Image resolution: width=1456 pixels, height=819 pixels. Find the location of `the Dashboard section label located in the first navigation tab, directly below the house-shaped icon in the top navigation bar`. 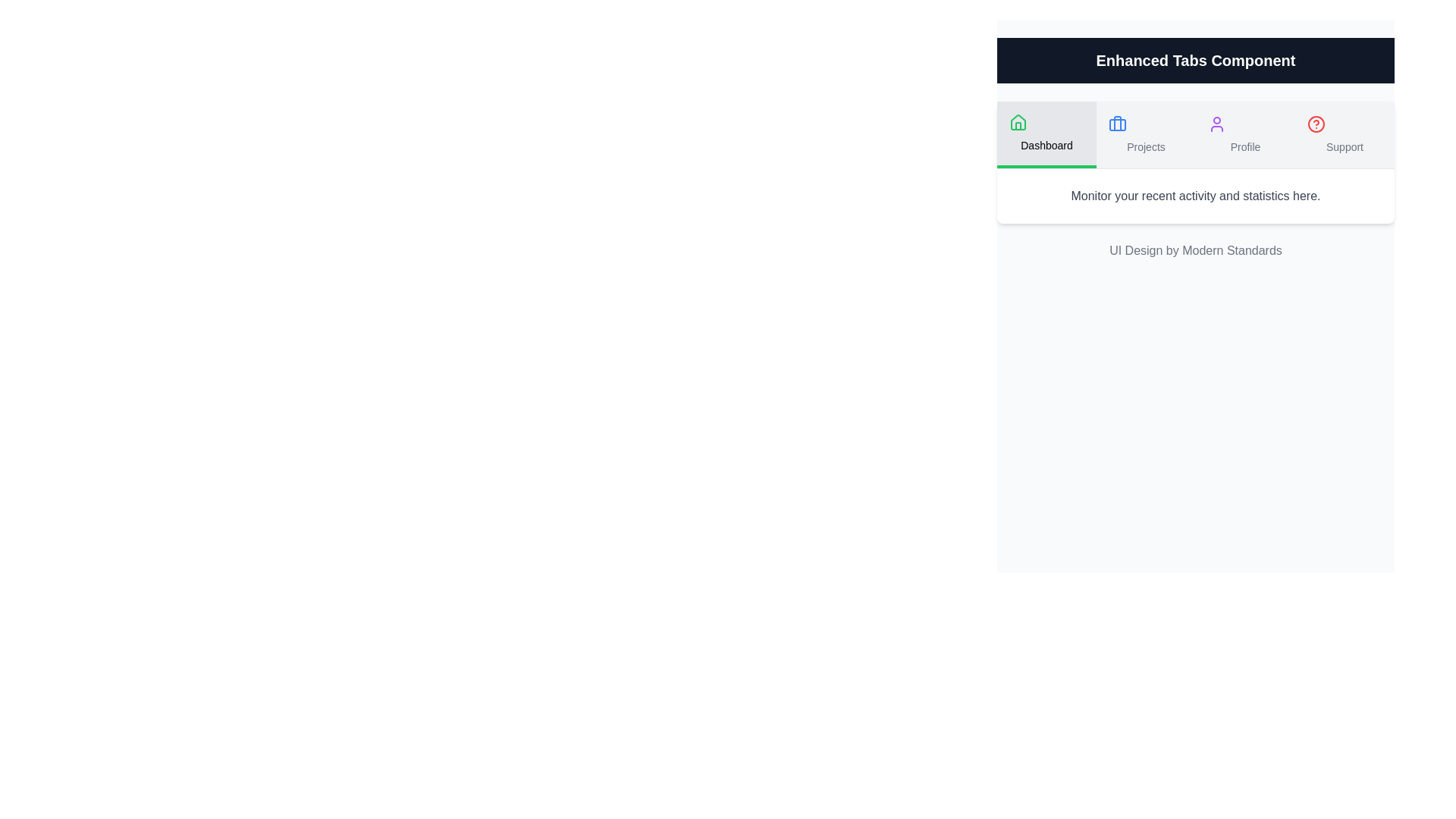

the Dashboard section label located in the first navigation tab, directly below the house-shaped icon in the top navigation bar is located at coordinates (1046, 146).